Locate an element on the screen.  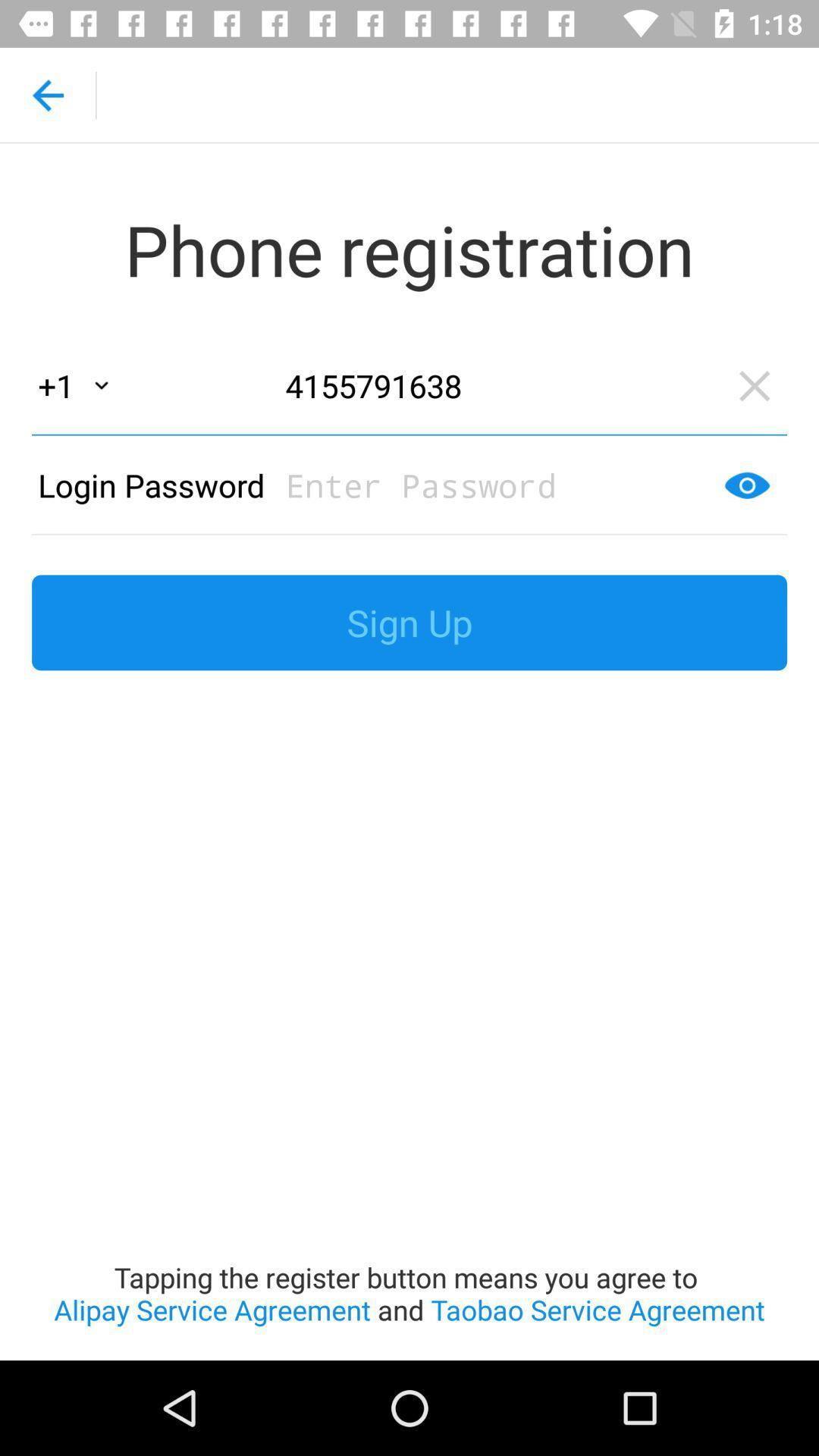
the icon above the +1 app is located at coordinates (46, 94).